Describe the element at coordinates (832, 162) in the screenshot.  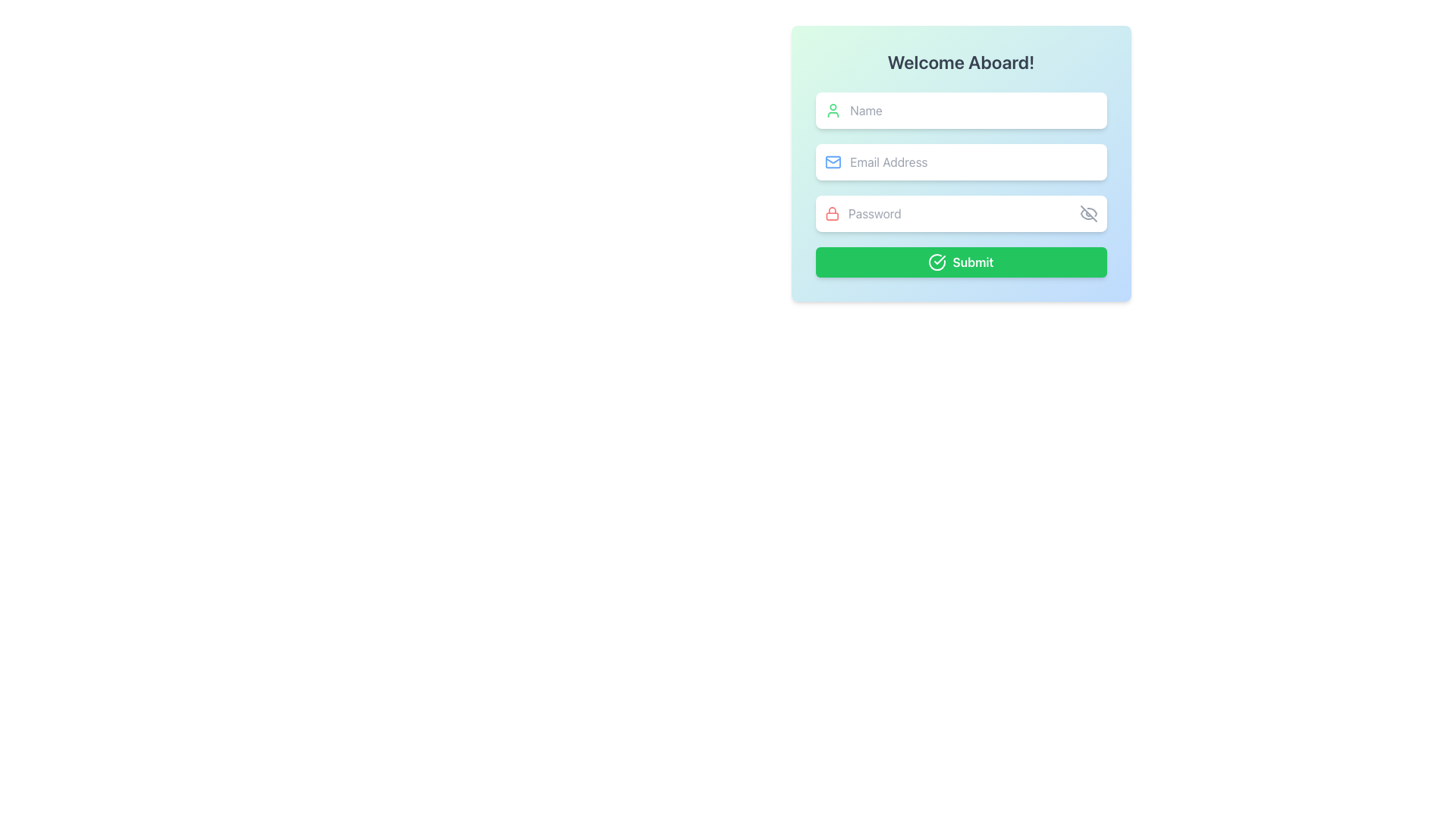
I see `the ornamental icon that signifies the purpose of the email address input field, located near the left portion of the 'Email Address' input field` at that location.